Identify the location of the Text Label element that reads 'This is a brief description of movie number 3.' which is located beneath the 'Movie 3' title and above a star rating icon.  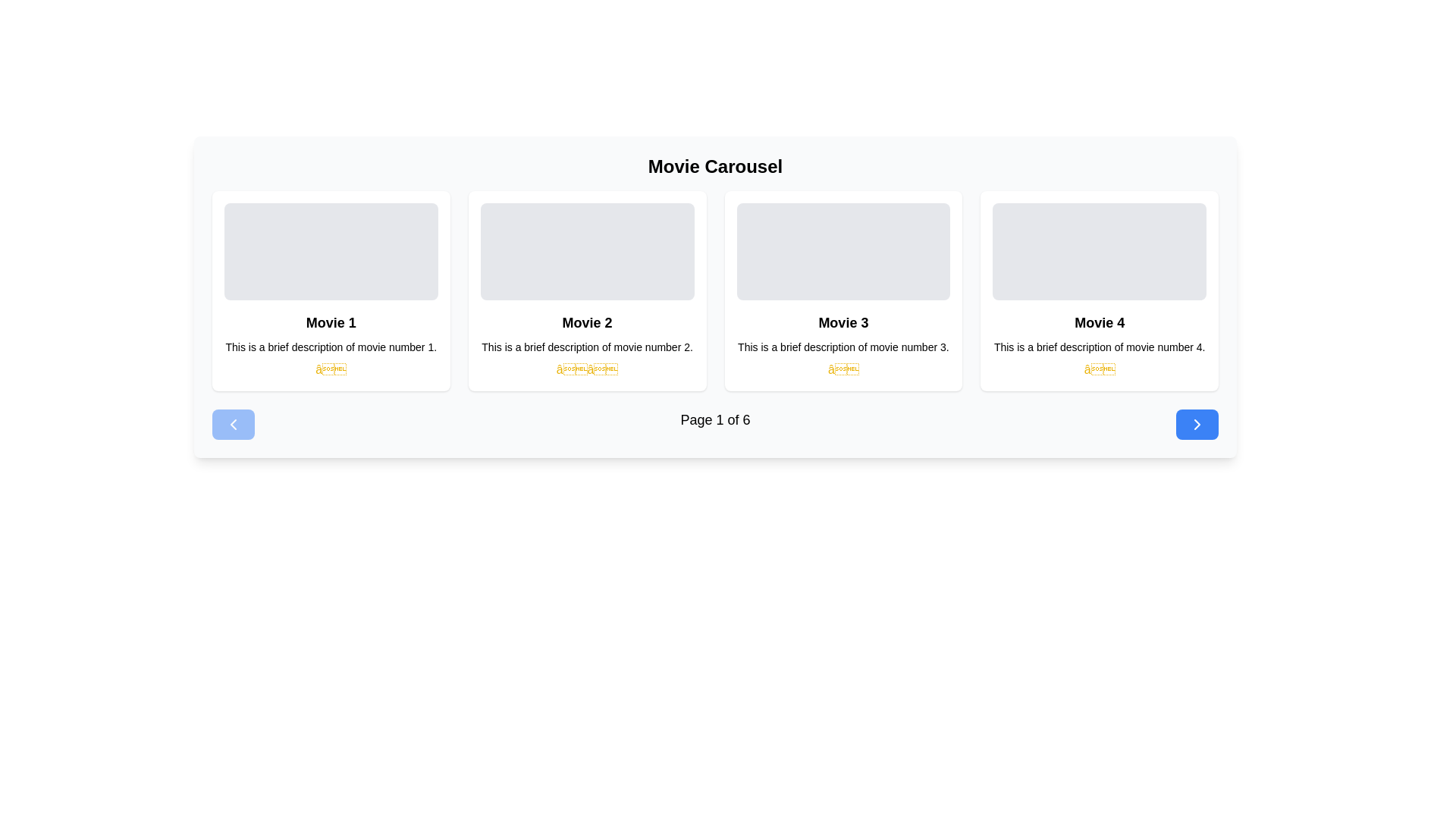
(843, 347).